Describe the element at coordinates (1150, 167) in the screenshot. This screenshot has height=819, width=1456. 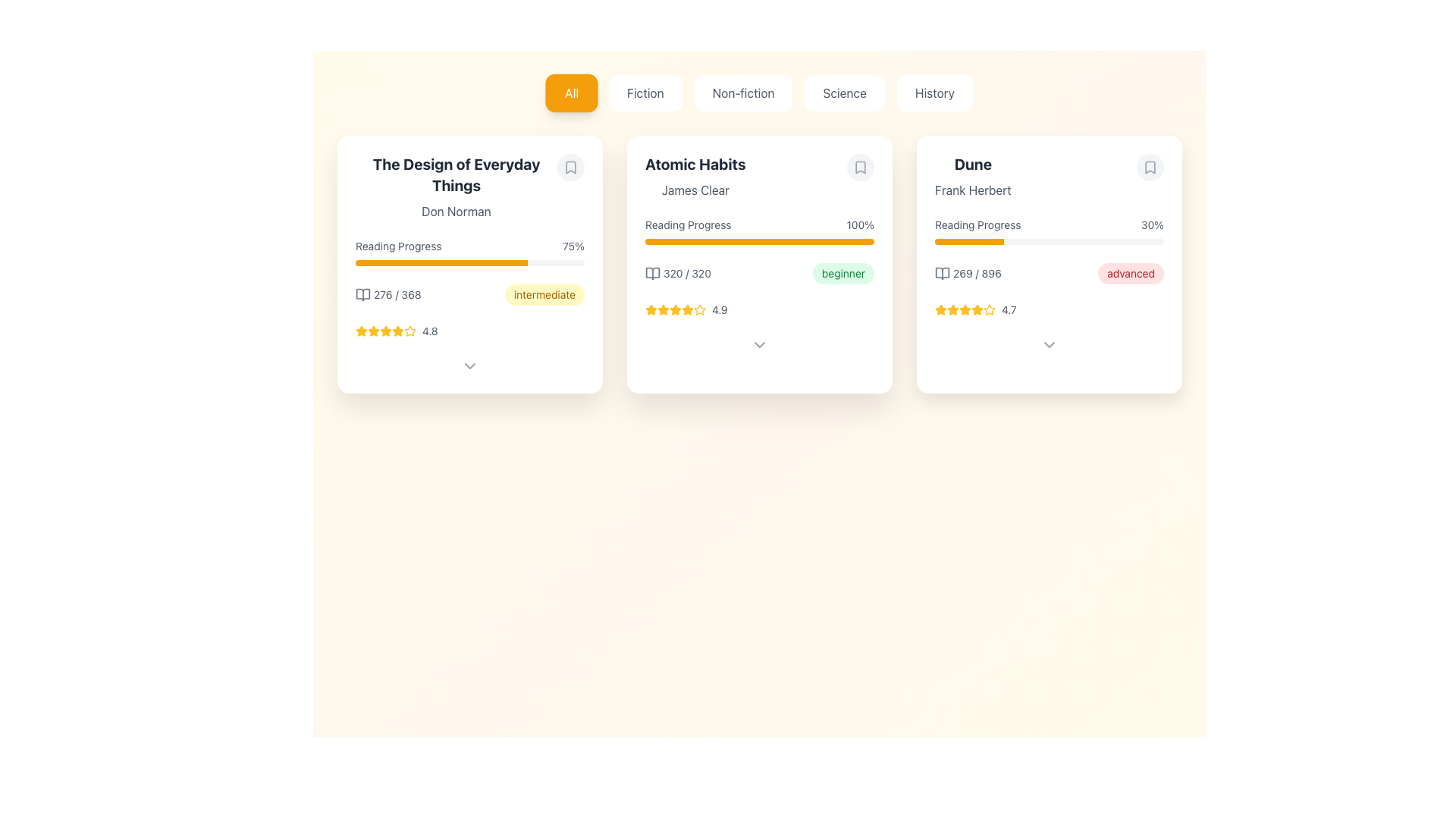
I see `the bookmark icon button located in the top-right corner of the 'Dune' card` at that location.